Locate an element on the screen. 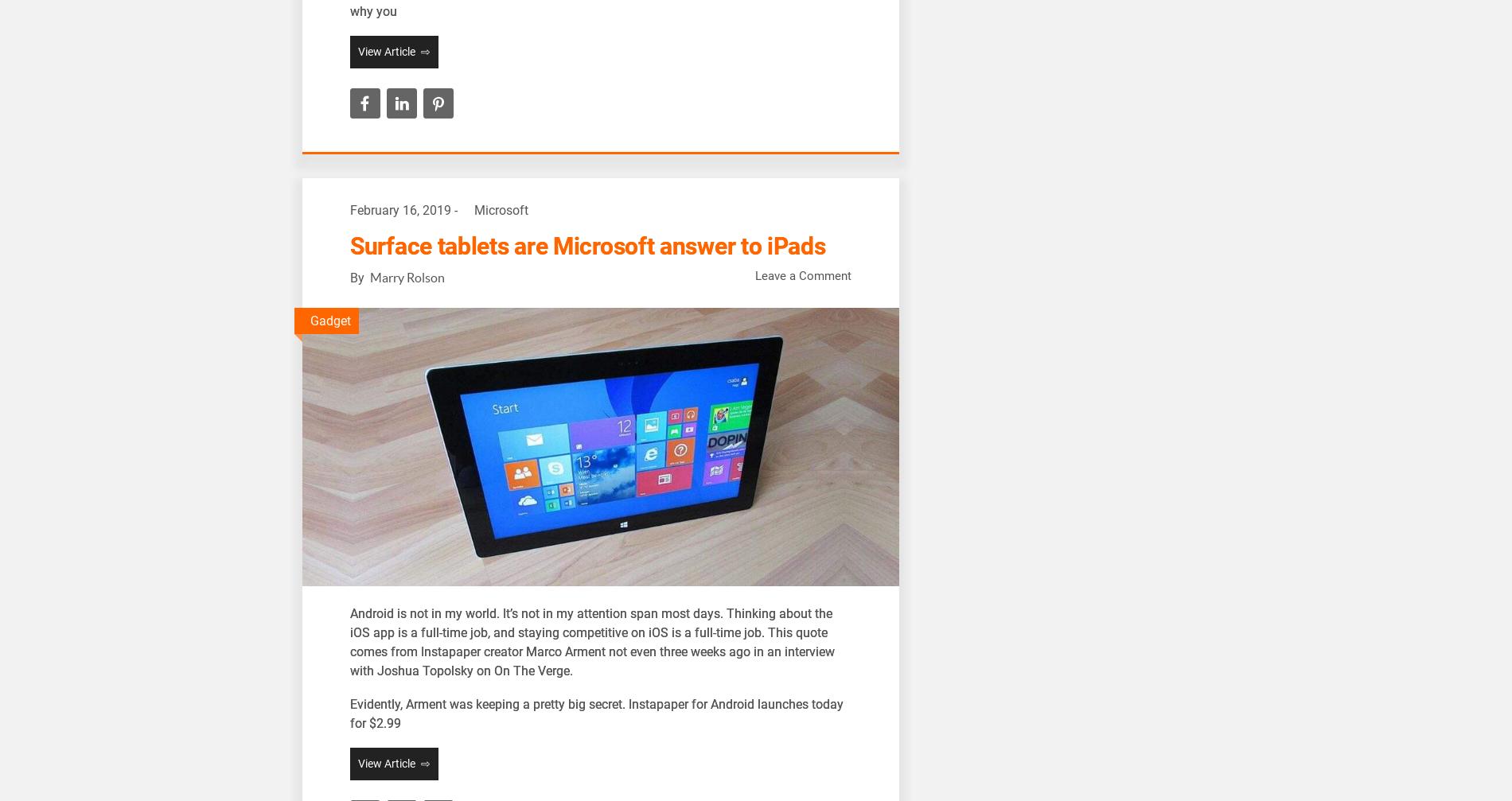  'Leave a Comment' is located at coordinates (754, 276).